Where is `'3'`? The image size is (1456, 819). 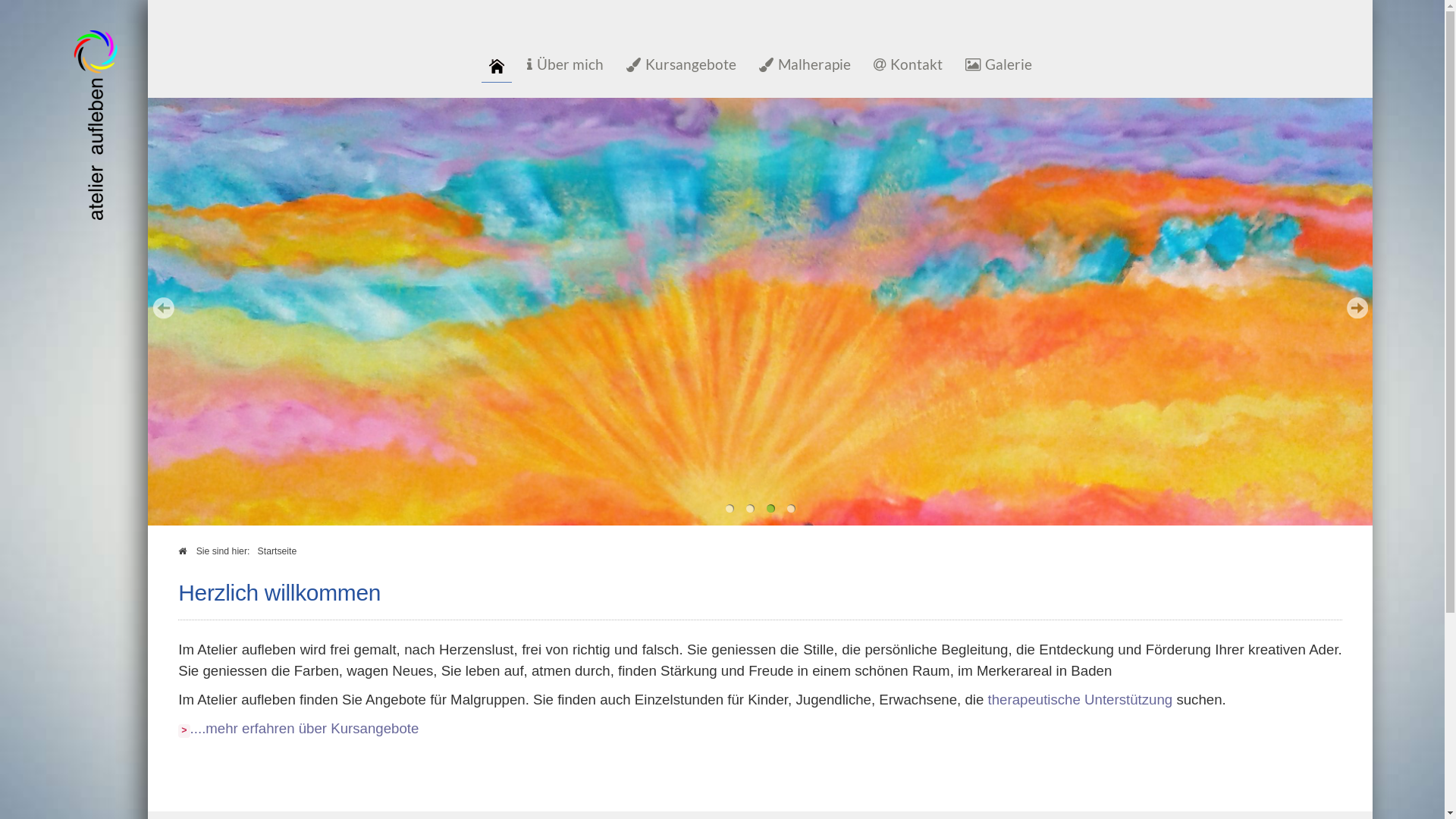 '3' is located at coordinates (770, 508).